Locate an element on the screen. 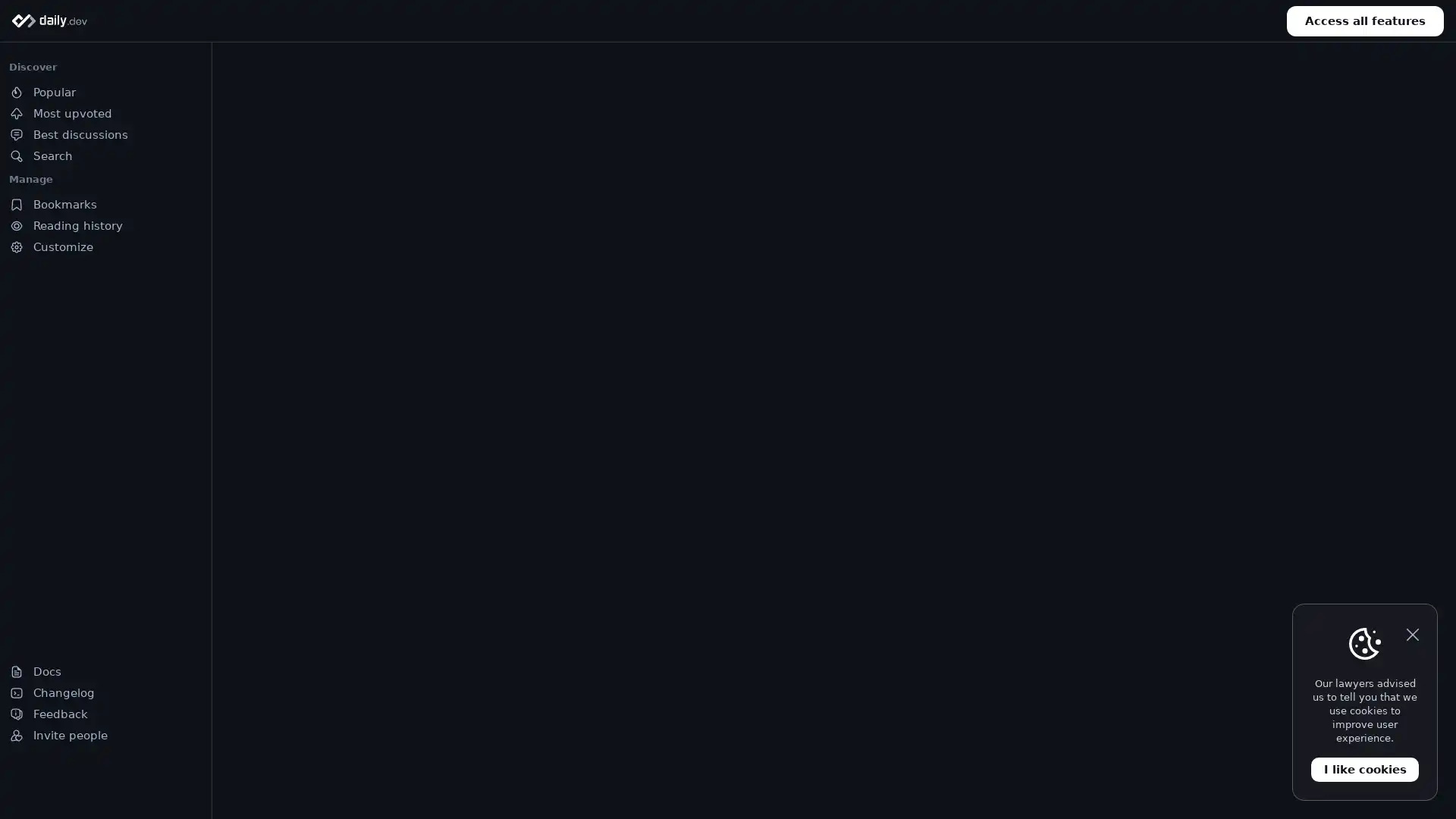  Comments is located at coordinates (699, 424).